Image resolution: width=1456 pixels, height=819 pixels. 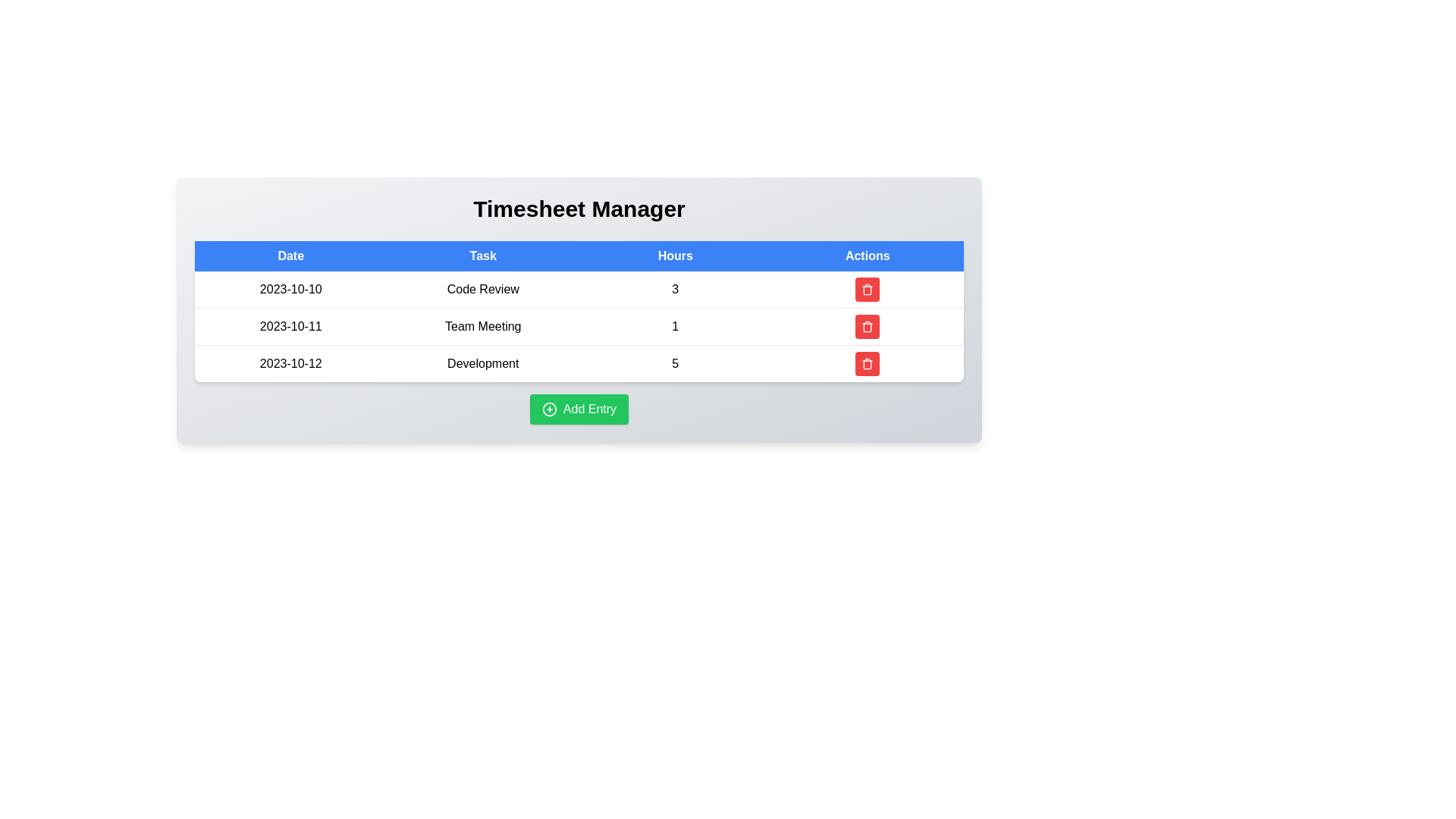 I want to click on the delete button located in the last row of the tabular section under the 'Actions' column to change its background color, so click(x=868, y=363).